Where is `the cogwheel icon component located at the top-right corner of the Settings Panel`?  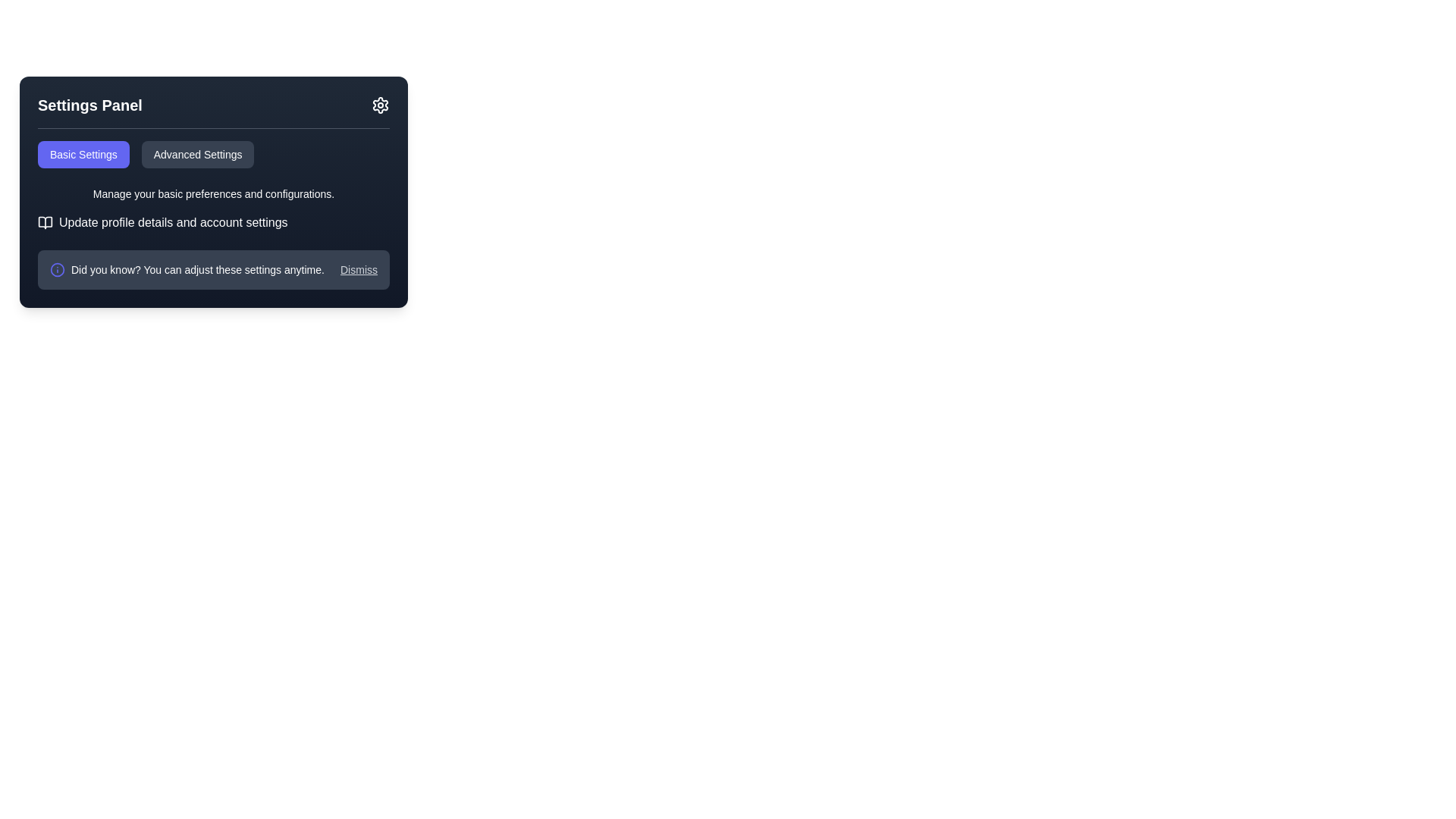
the cogwheel icon component located at the top-right corner of the Settings Panel is located at coordinates (381, 104).